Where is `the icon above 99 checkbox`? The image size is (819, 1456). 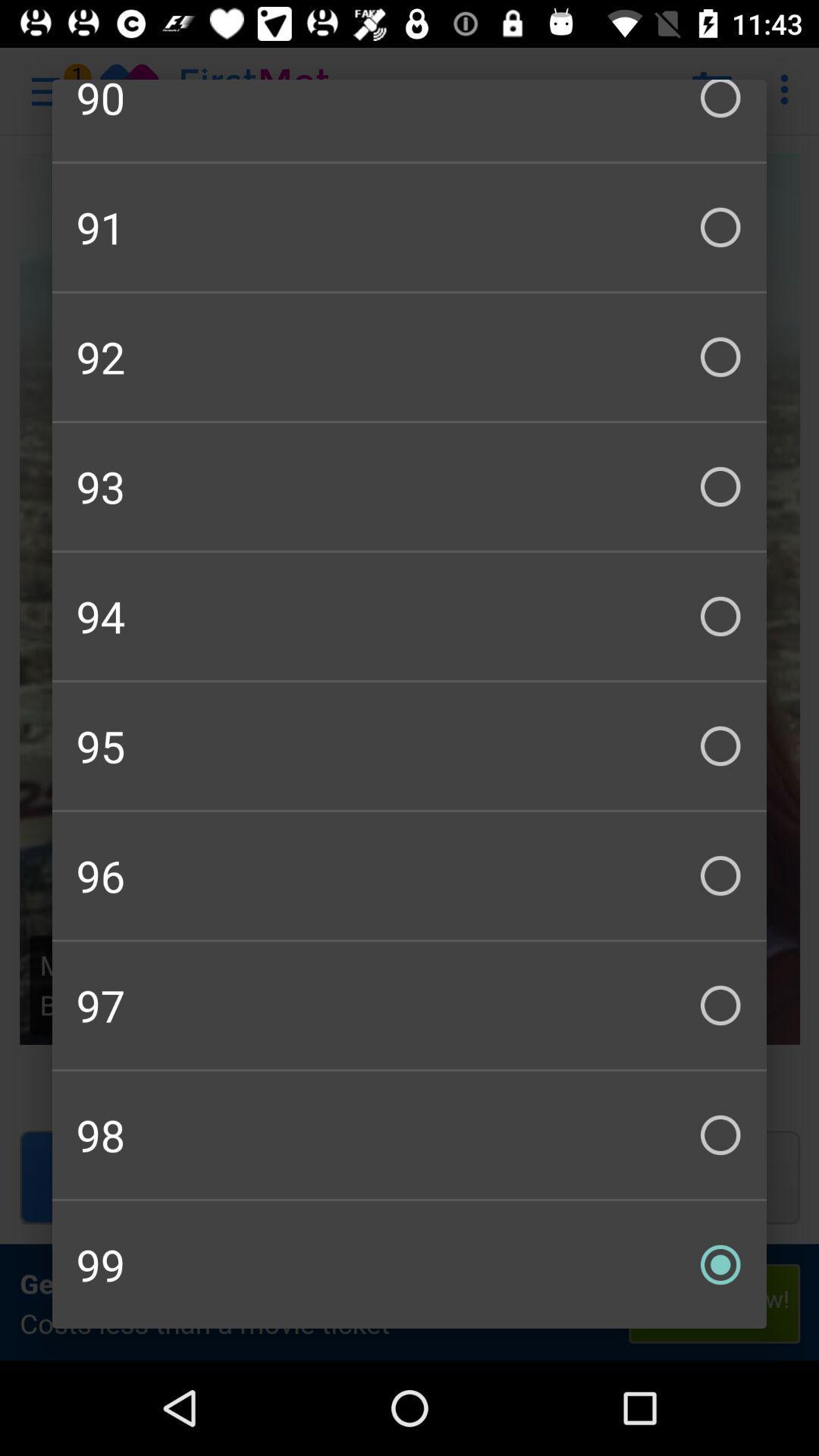 the icon above 99 checkbox is located at coordinates (409, 1135).